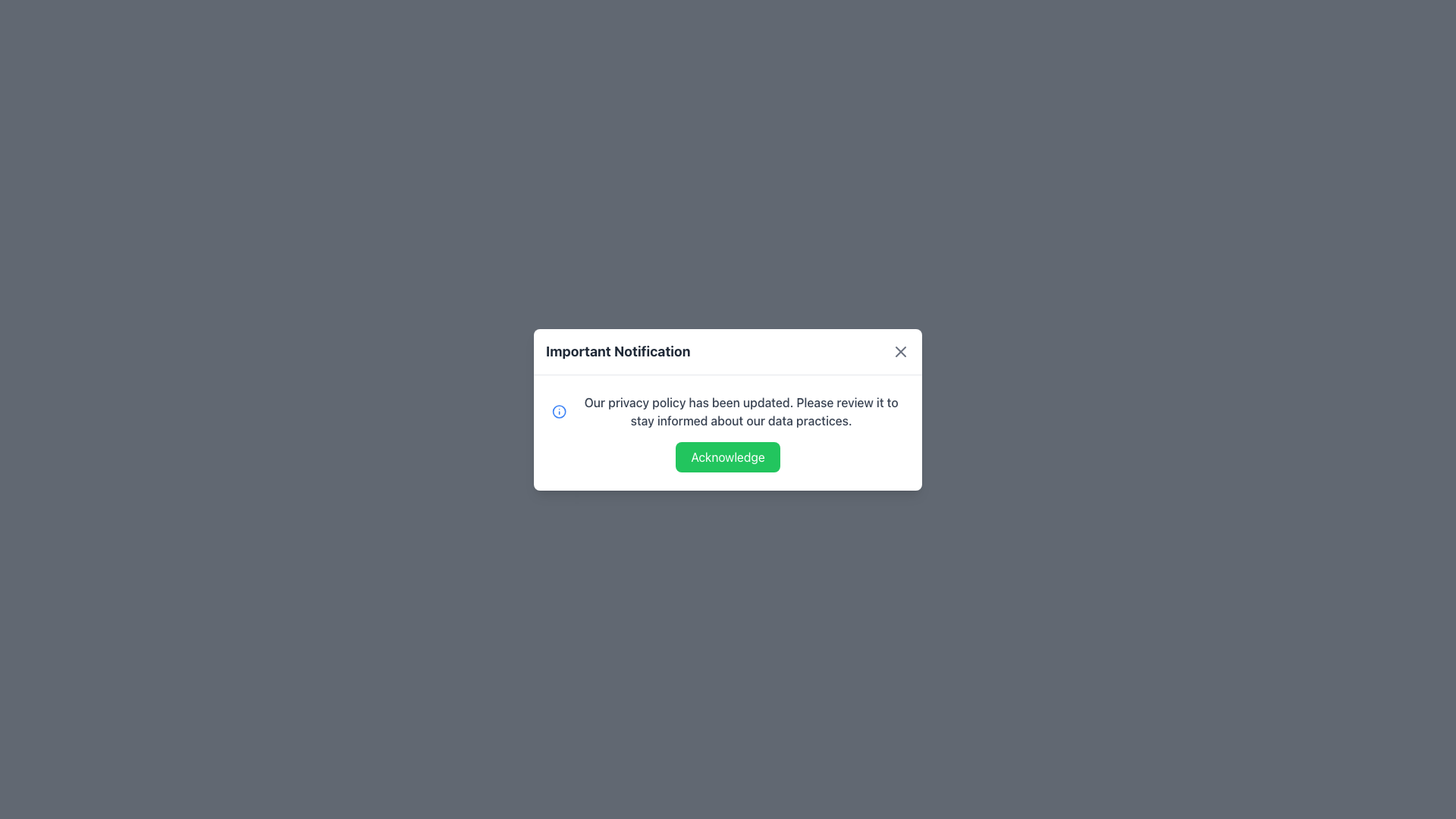  Describe the element at coordinates (728, 455) in the screenshot. I see `the confirmation button located at the bottom of the centered notification modal to acknowledge the notification regarding the policy update` at that location.